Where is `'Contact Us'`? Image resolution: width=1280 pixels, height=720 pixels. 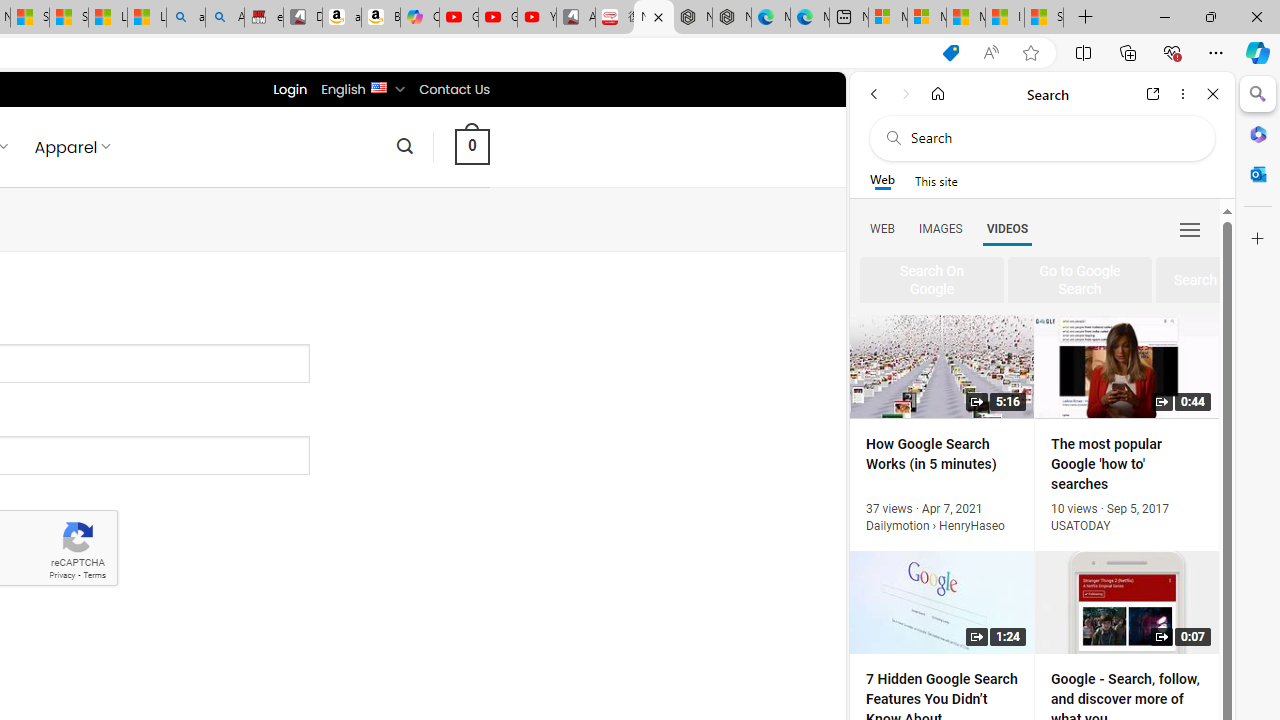 'Contact Us' is located at coordinates (453, 88).